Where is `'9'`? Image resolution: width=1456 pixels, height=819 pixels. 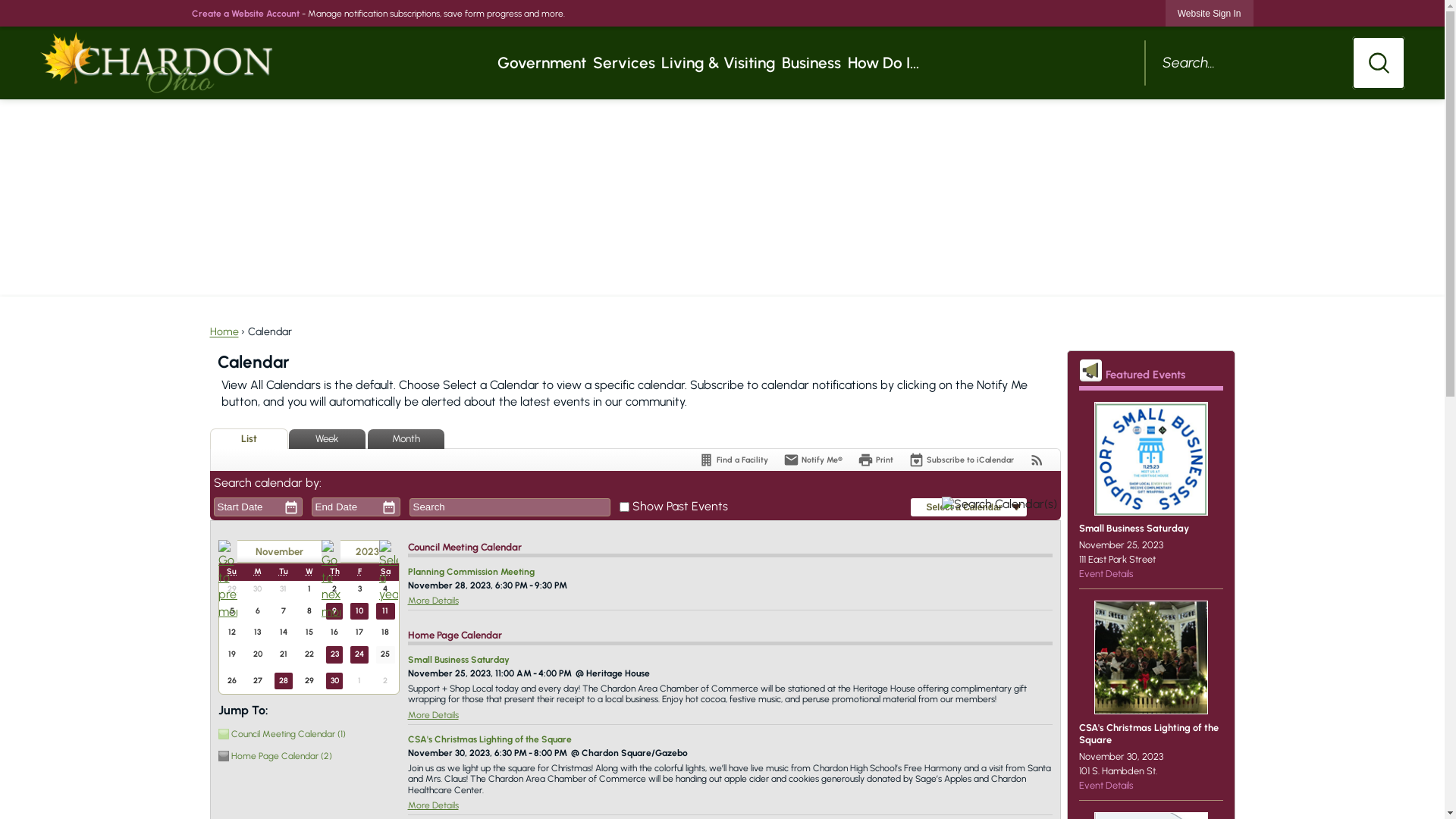
'9' is located at coordinates (334, 610).